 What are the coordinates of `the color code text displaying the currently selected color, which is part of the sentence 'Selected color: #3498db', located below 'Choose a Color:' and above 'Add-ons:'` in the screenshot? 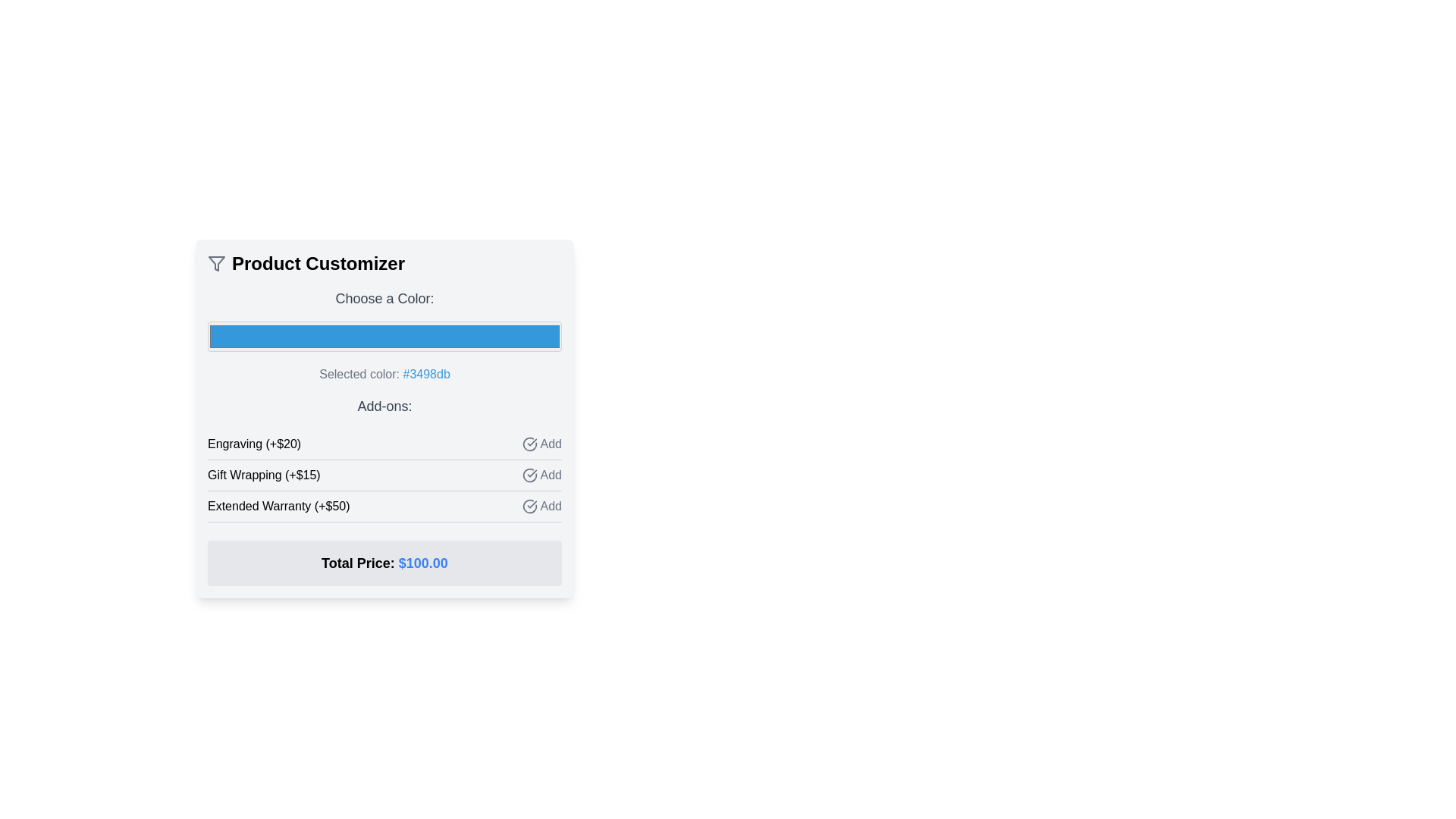 It's located at (425, 374).